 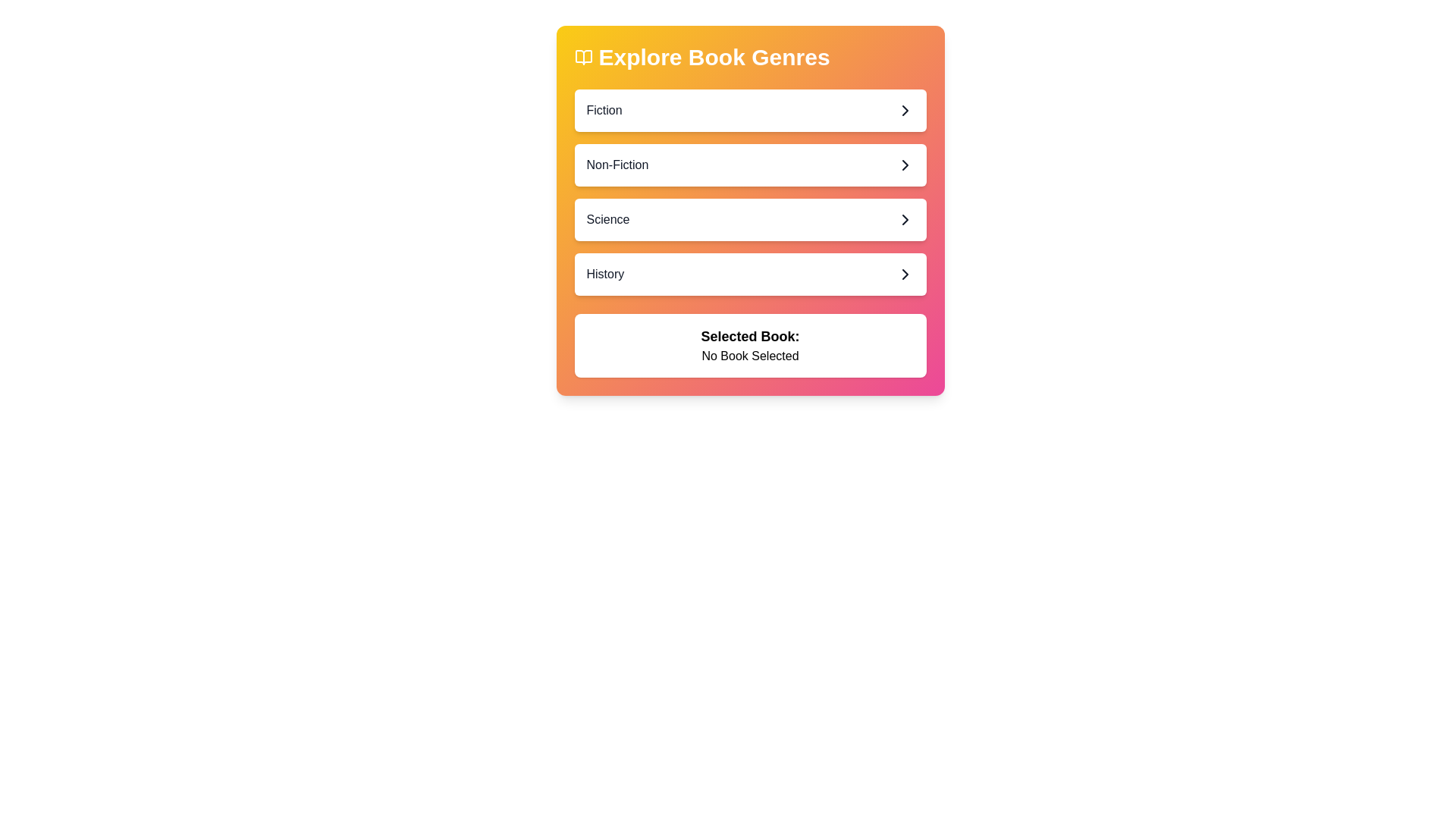 I want to click on the selectable list item labeled 'Science', which is the third item in the list of book genre options, so click(x=750, y=219).